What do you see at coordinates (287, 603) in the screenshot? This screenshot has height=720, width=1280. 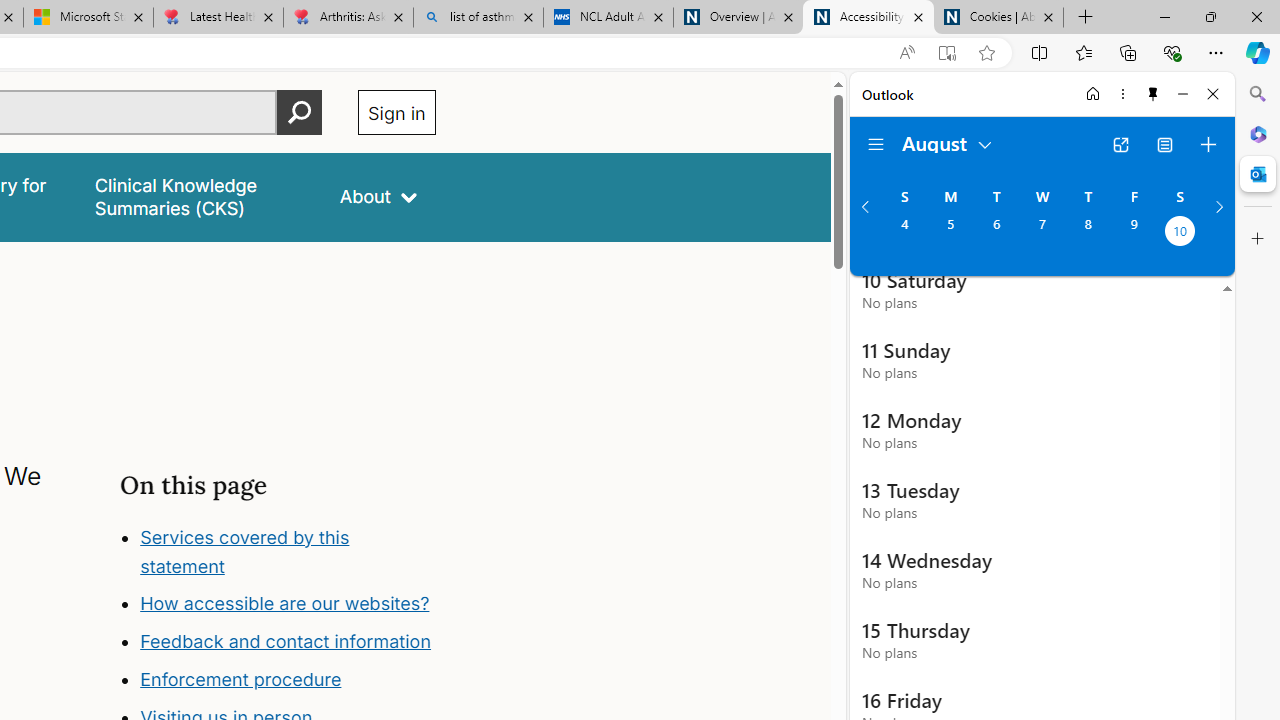 I see `'How accessible are our websites?'` at bounding box center [287, 603].